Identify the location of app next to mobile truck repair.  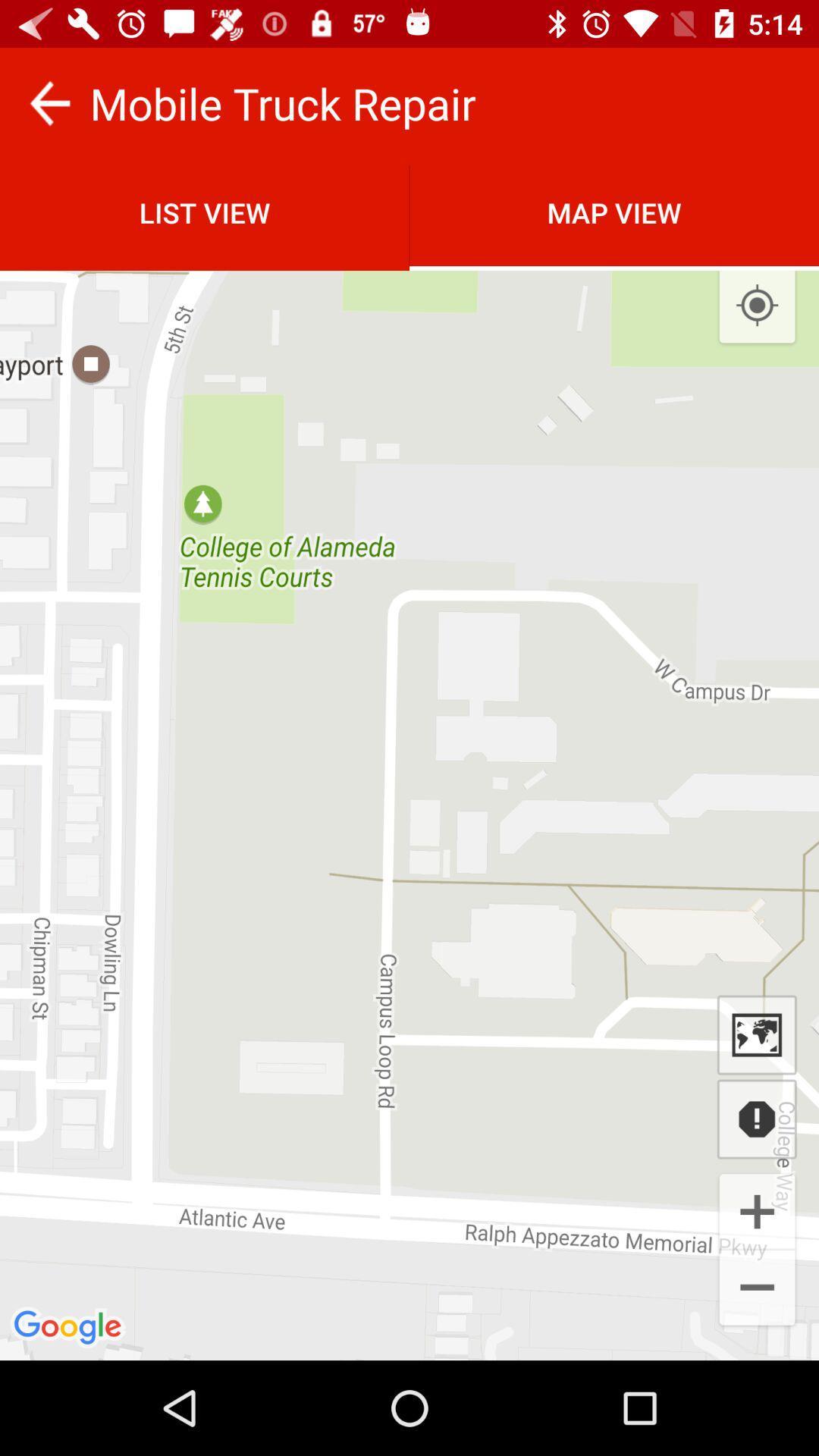
(49, 102).